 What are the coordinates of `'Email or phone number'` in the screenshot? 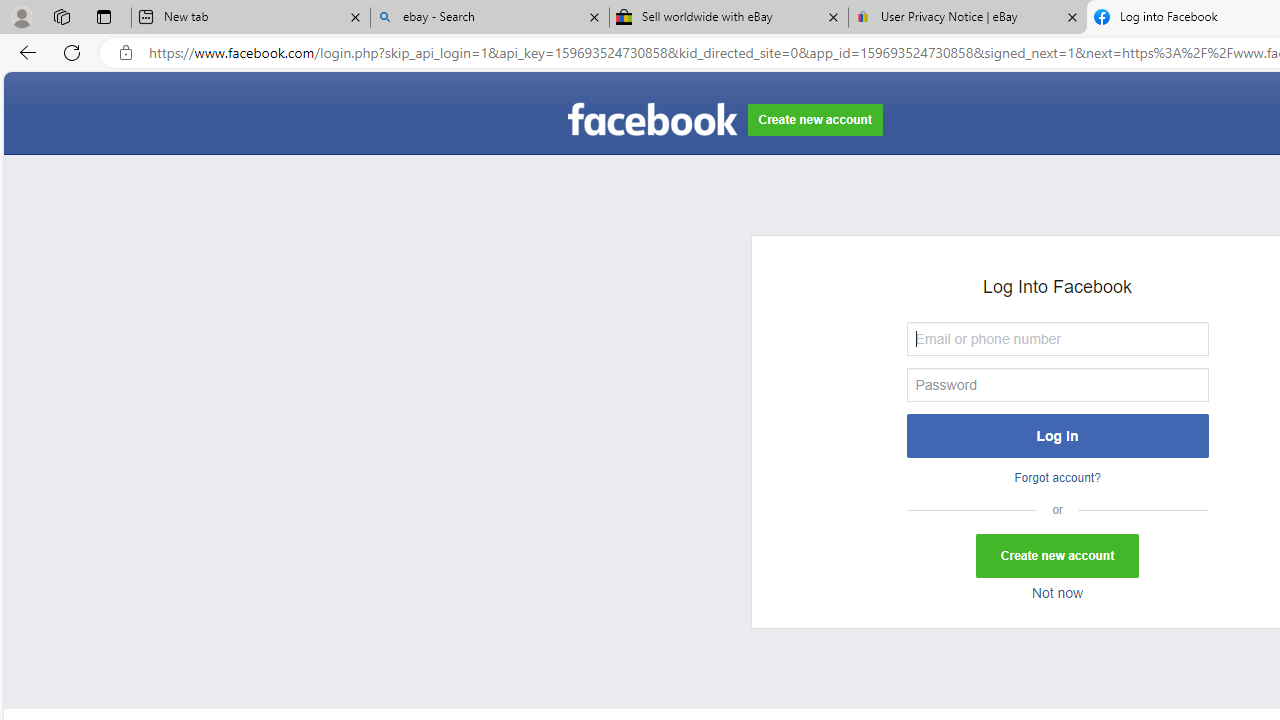 It's located at (1056, 337).